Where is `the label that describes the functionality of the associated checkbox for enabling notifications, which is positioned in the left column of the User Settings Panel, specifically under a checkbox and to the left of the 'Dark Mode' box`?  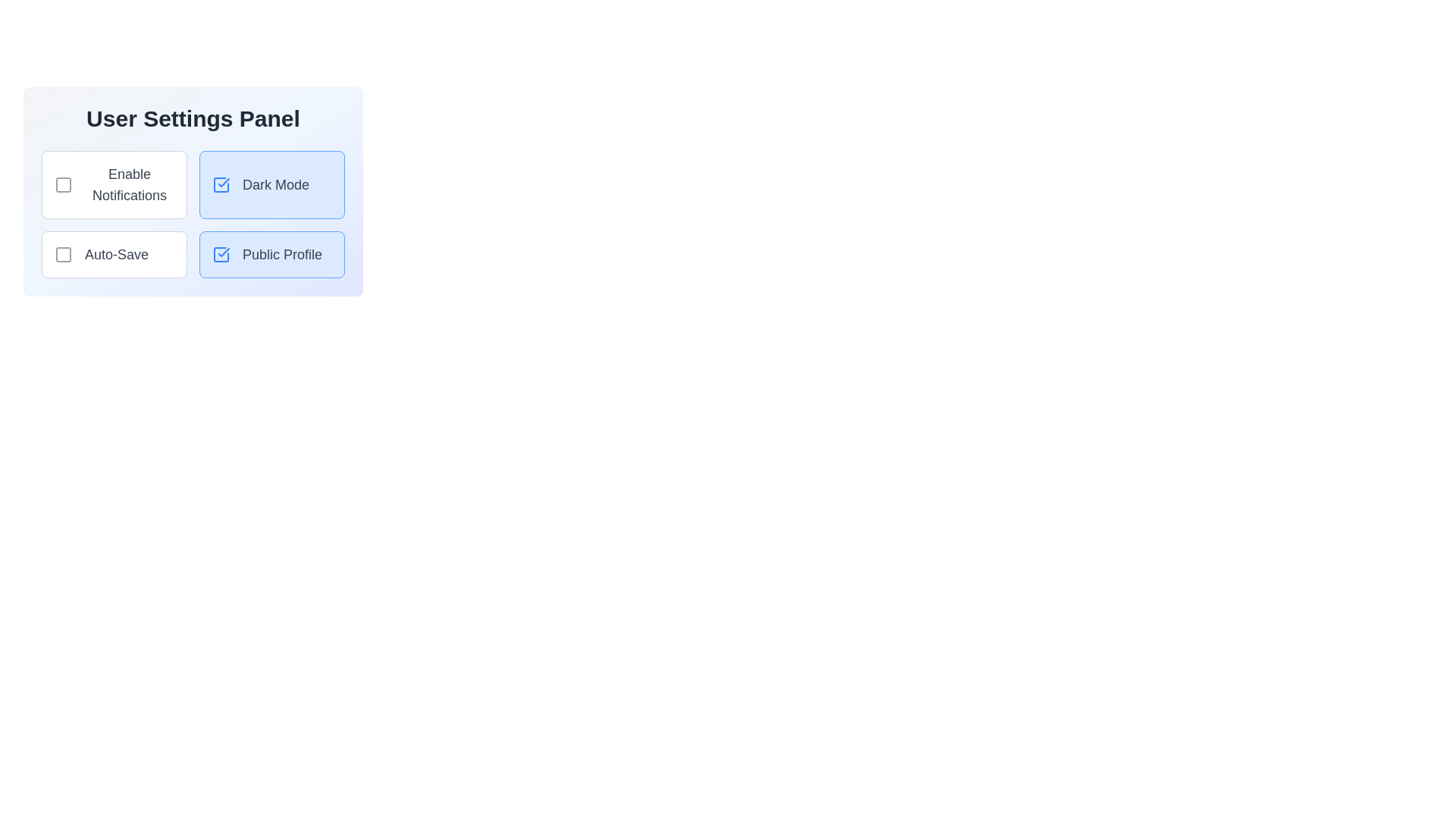
the label that describes the functionality of the associated checkbox for enabling notifications, which is positioned in the left column of the User Settings Panel, specifically under a checkbox and to the left of the 'Dark Mode' box is located at coordinates (130, 184).